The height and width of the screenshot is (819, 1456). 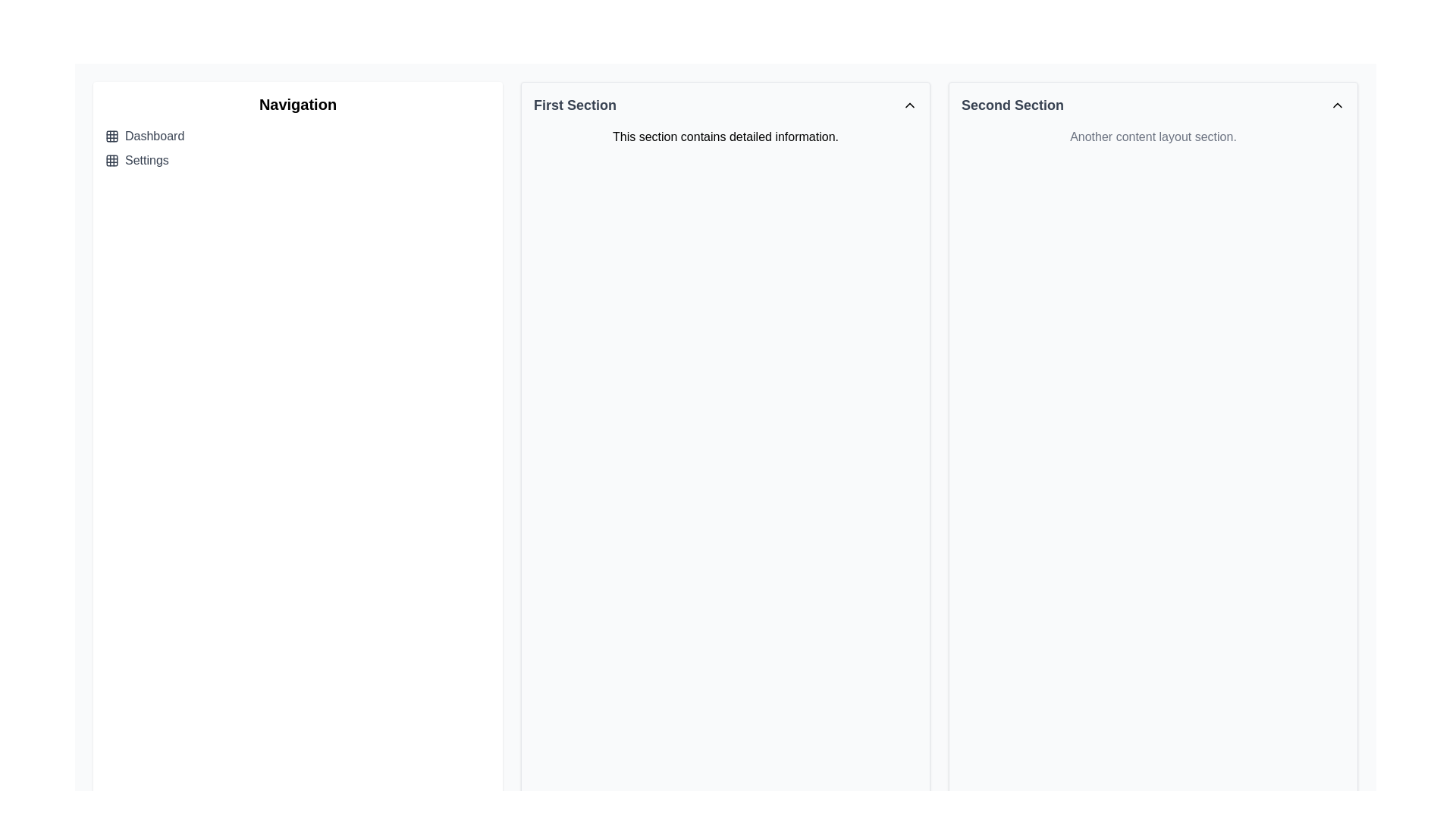 What do you see at coordinates (298, 104) in the screenshot?
I see `the header text label of the navigation pane located at the top of the vertical navigation panel on the left side of the layout` at bounding box center [298, 104].